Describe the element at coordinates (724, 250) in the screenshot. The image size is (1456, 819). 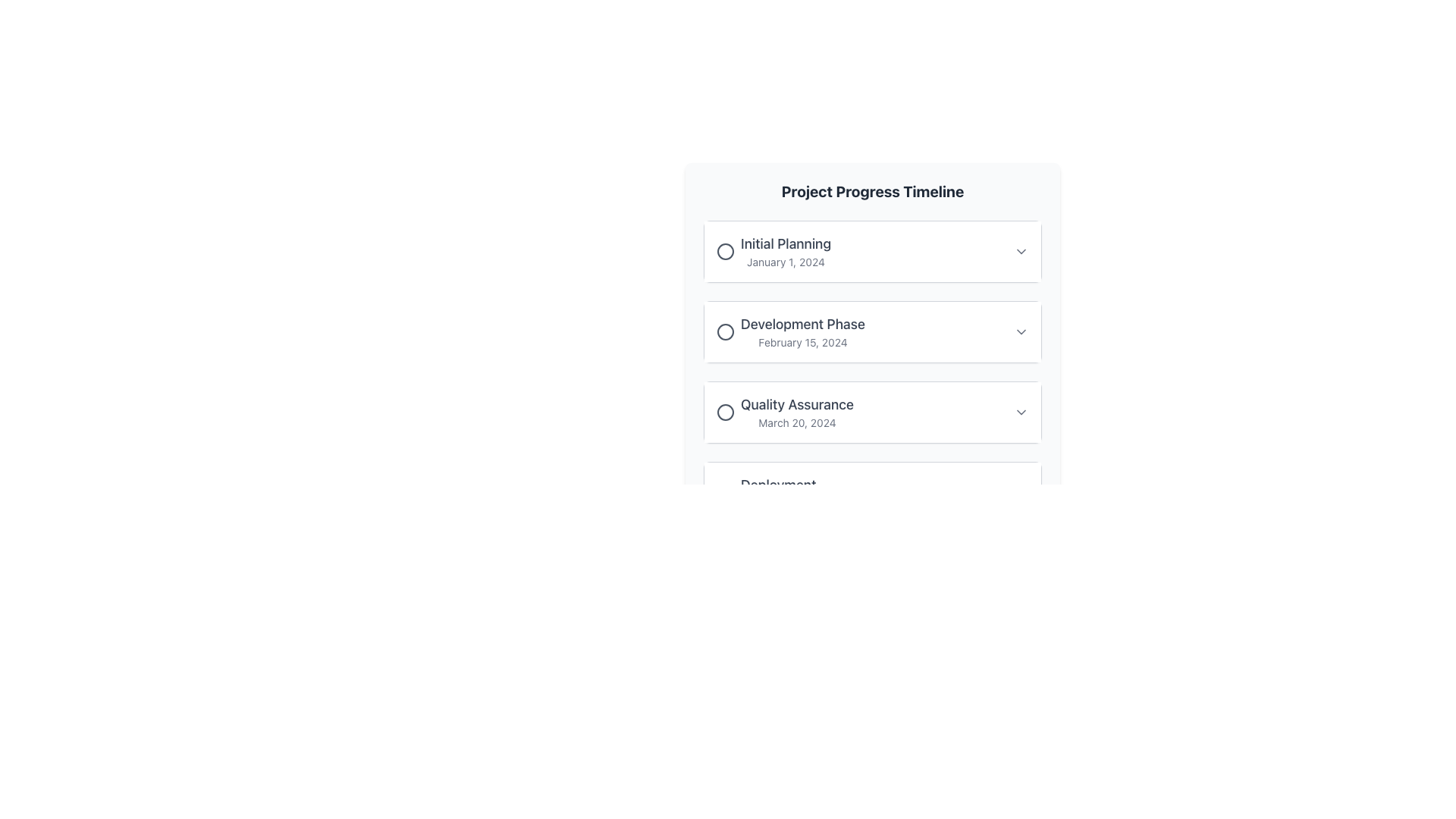
I see `the Circle icon that indicates the status or type for 'Initial Planning', positioned left of the text and above 'January 1, 2024'` at that location.